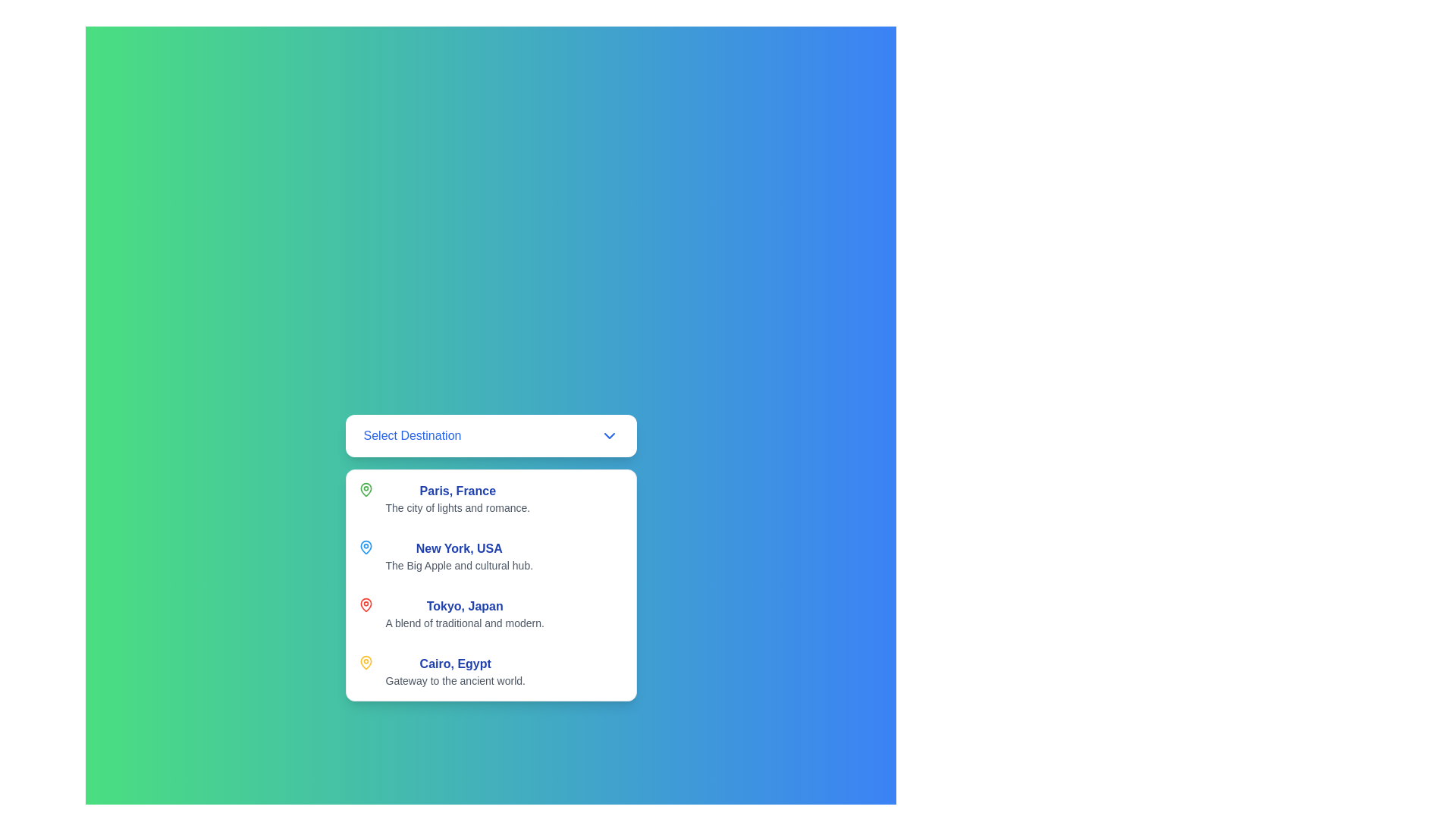 The image size is (1456, 819). What do you see at coordinates (491, 671) in the screenshot?
I see `the list item representing the option 'Cairo, Egypt' located at the bottom of the dropdown menu` at bounding box center [491, 671].